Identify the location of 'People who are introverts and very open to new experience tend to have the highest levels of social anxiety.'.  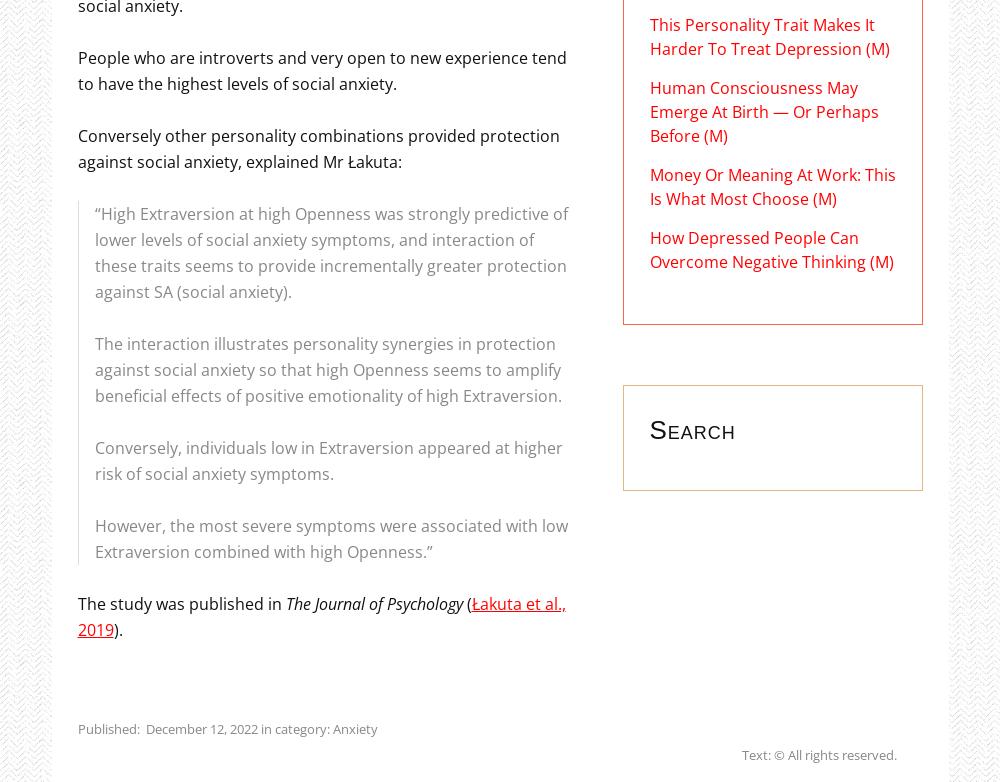
(320, 69).